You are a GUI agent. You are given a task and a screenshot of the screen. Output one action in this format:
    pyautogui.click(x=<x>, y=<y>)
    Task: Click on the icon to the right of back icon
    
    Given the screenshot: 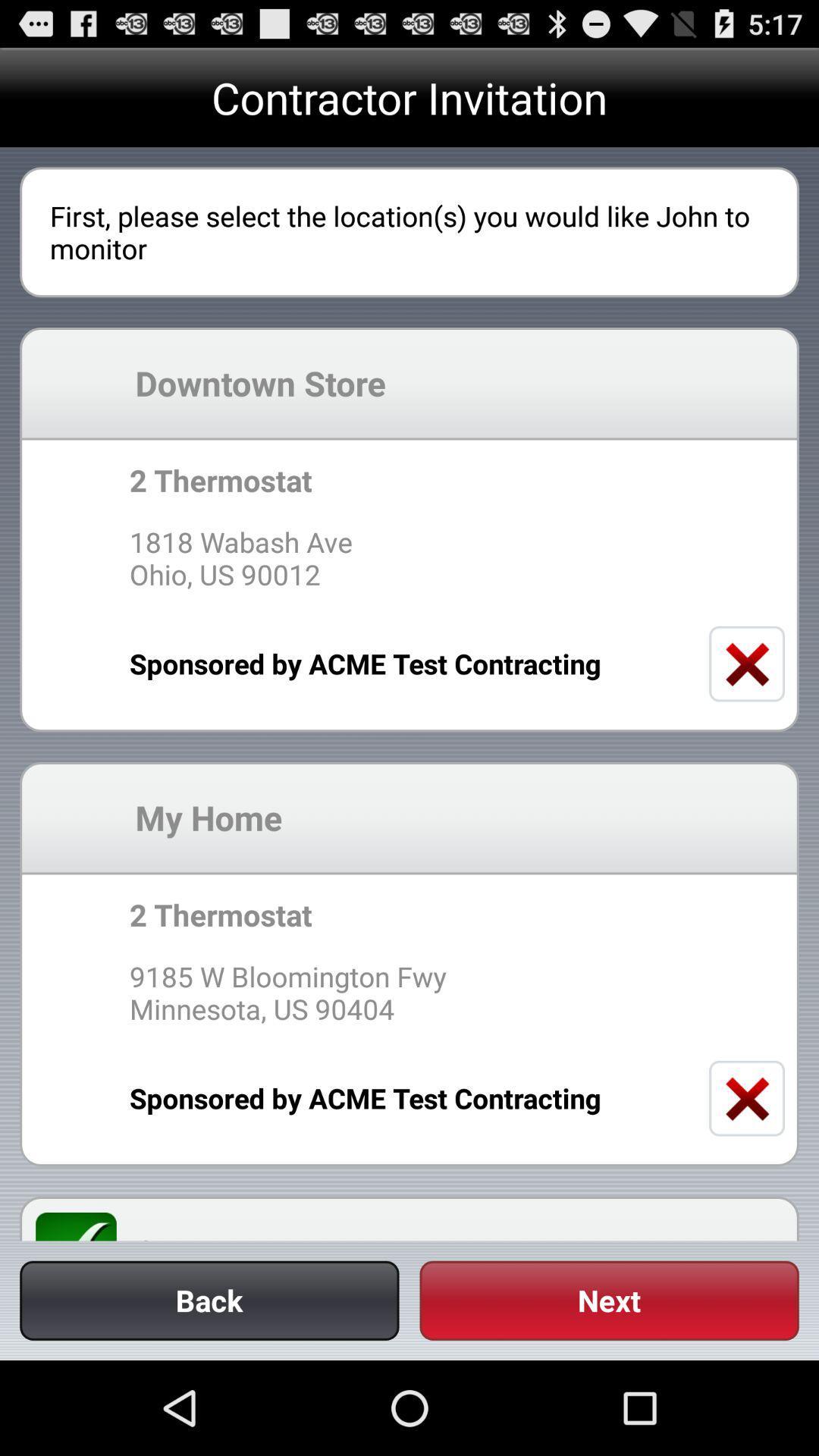 What is the action you would take?
    pyautogui.click(x=608, y=1300)
    